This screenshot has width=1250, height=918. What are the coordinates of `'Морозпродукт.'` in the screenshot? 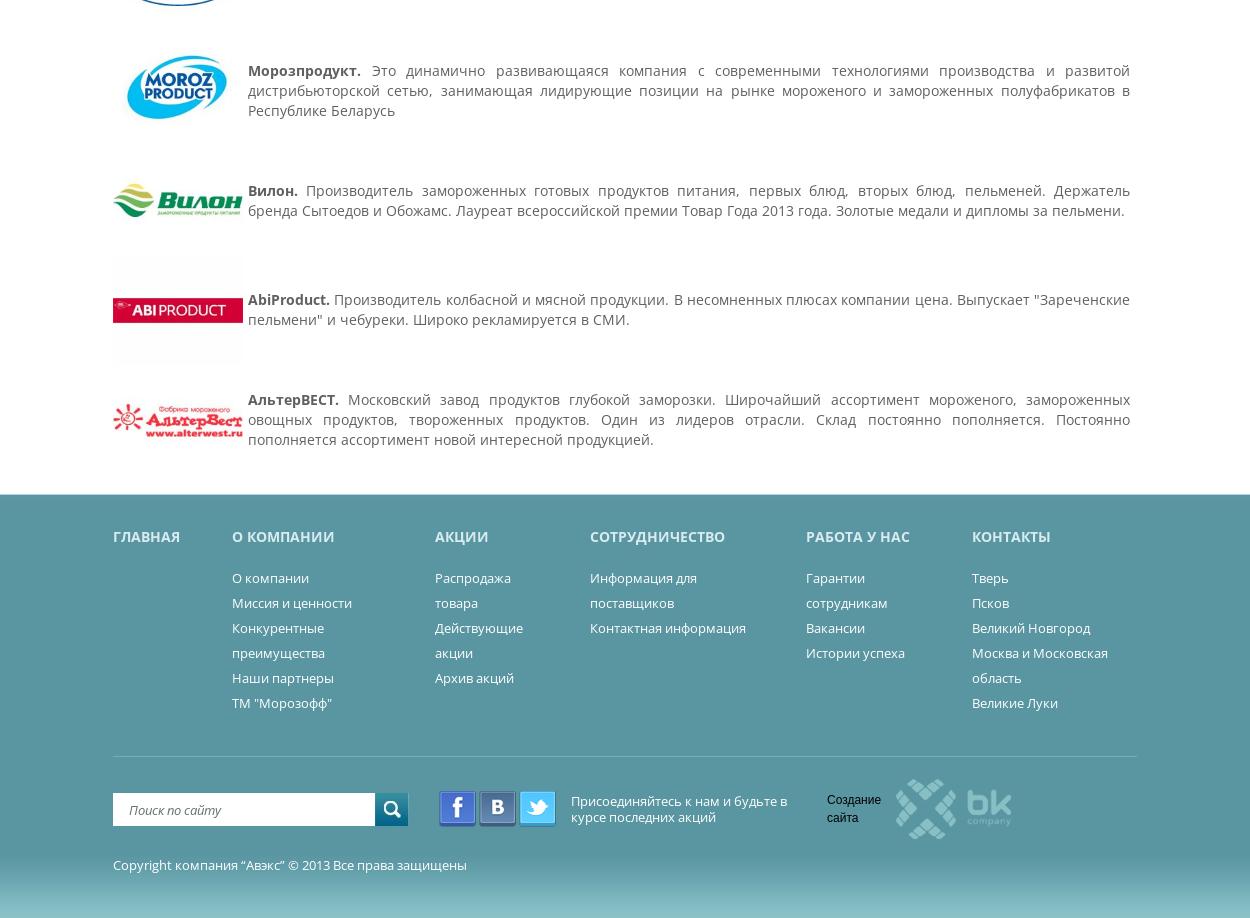 It's located at (247, 70).